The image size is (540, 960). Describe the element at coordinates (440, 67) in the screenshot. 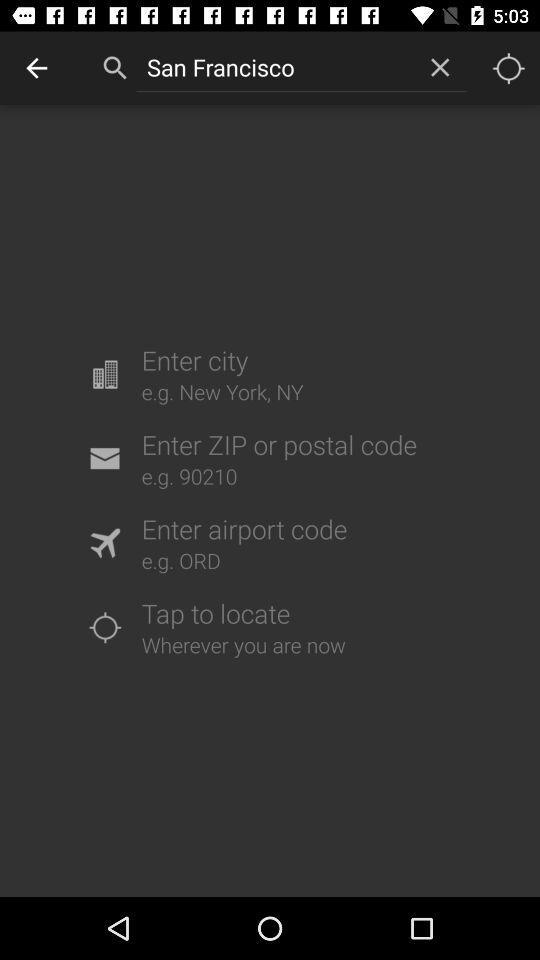

I see `the item to the right of san francisco item` at that location.